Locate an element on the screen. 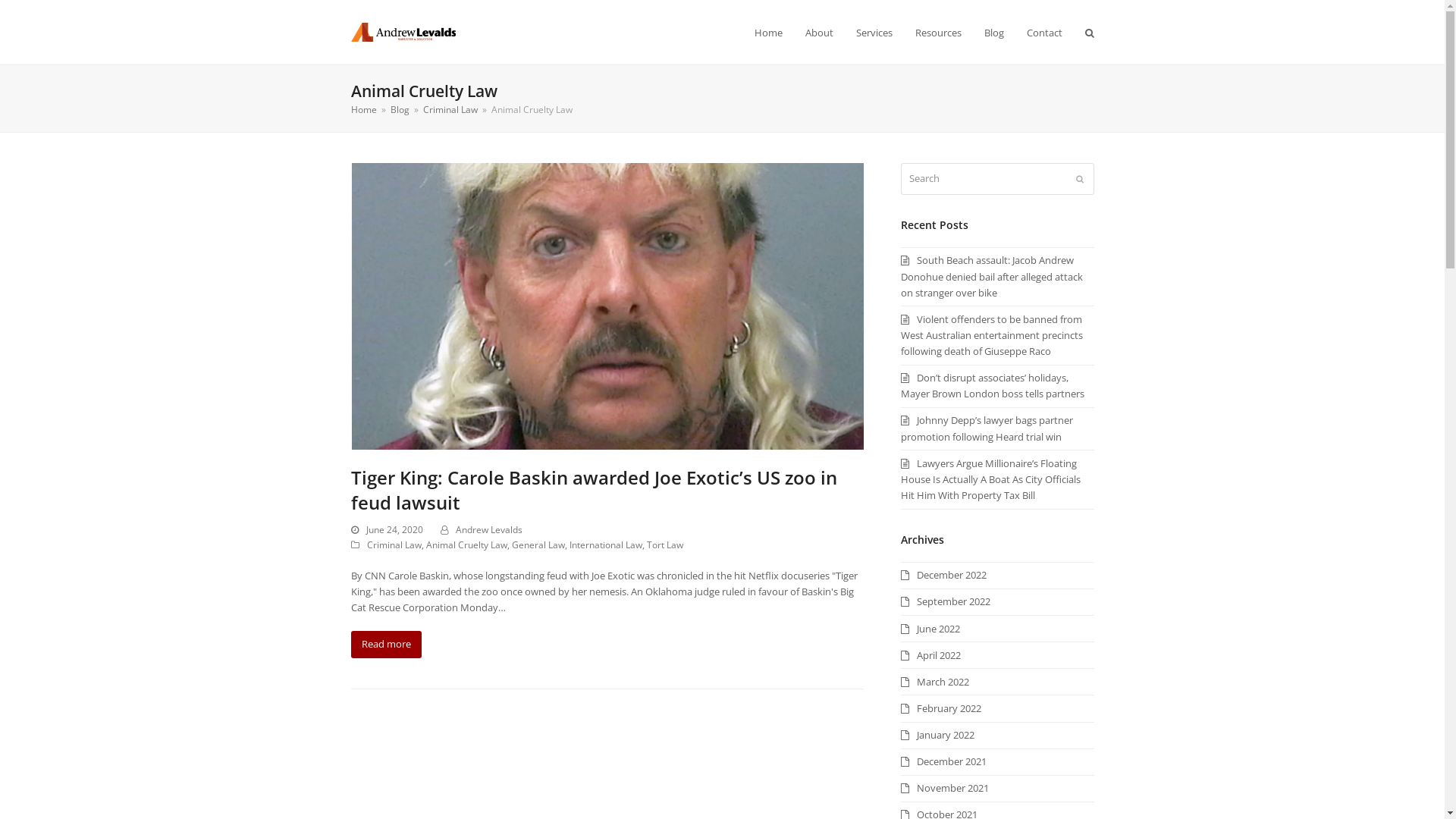 The image size is (1456, 819). 'Services' is located at coordinates (874, 32).